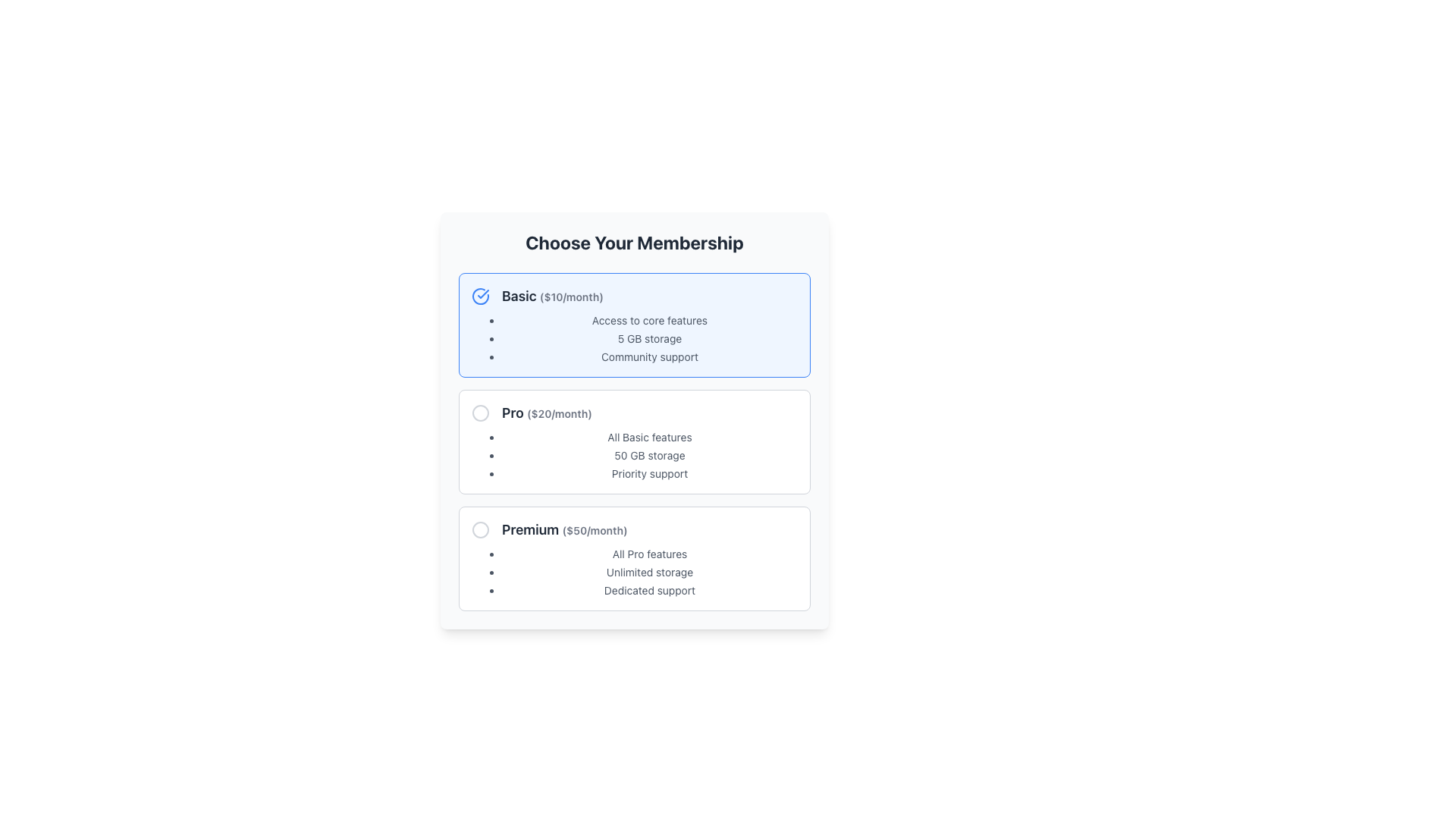 This screenshot has width=1456, height=819. What do you see at coordinates (650, 472) in the screenshot?
I see `the text label 'Priority support', which is the third item in the bullet list under the 'Pro ($20/month)' membership section` at bounding box center [650, 472].